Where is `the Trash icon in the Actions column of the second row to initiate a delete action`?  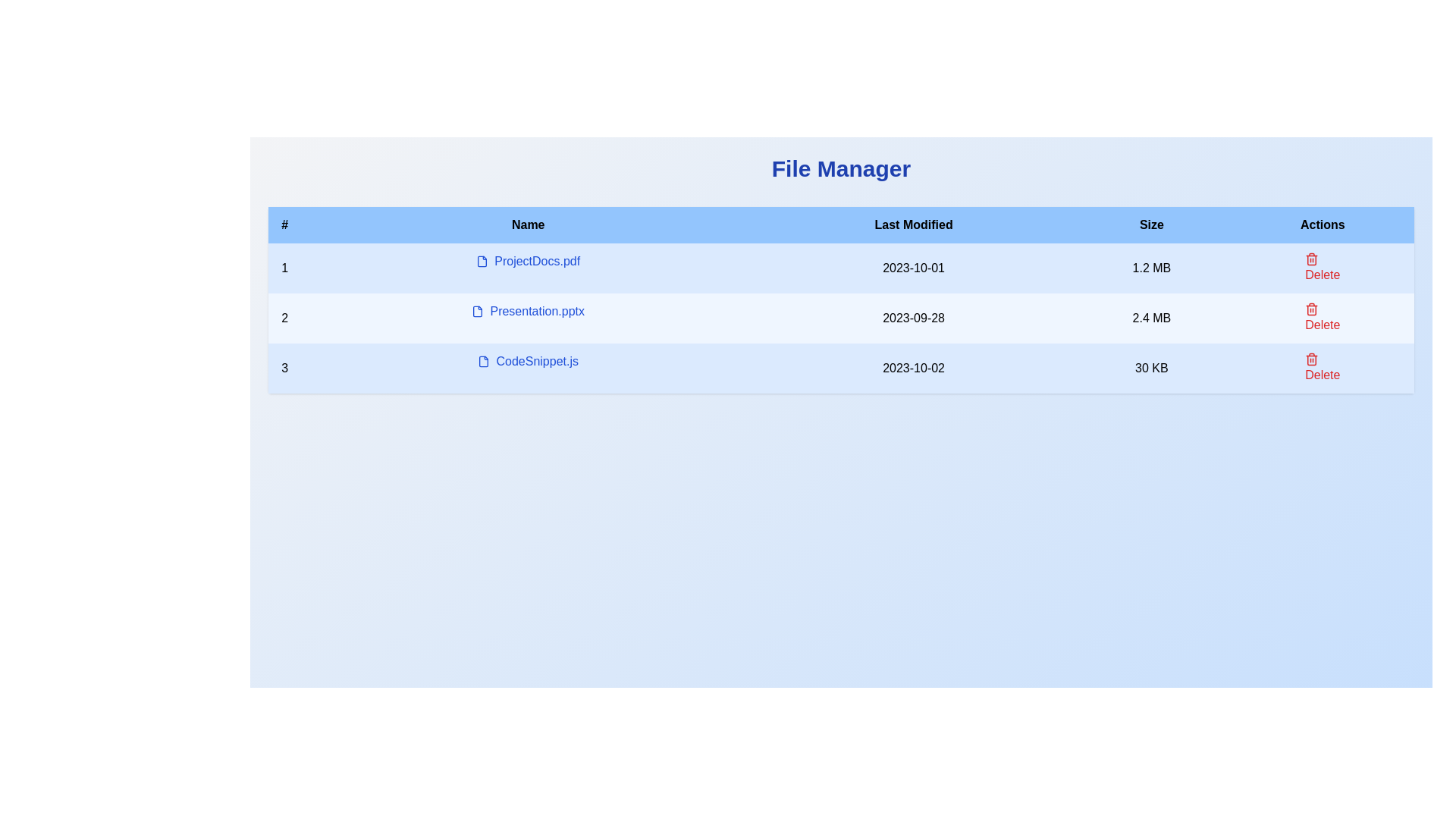 the Trash icon in the Actions column of the second row to initiate a delete action is located at coordinates (1311, 309).